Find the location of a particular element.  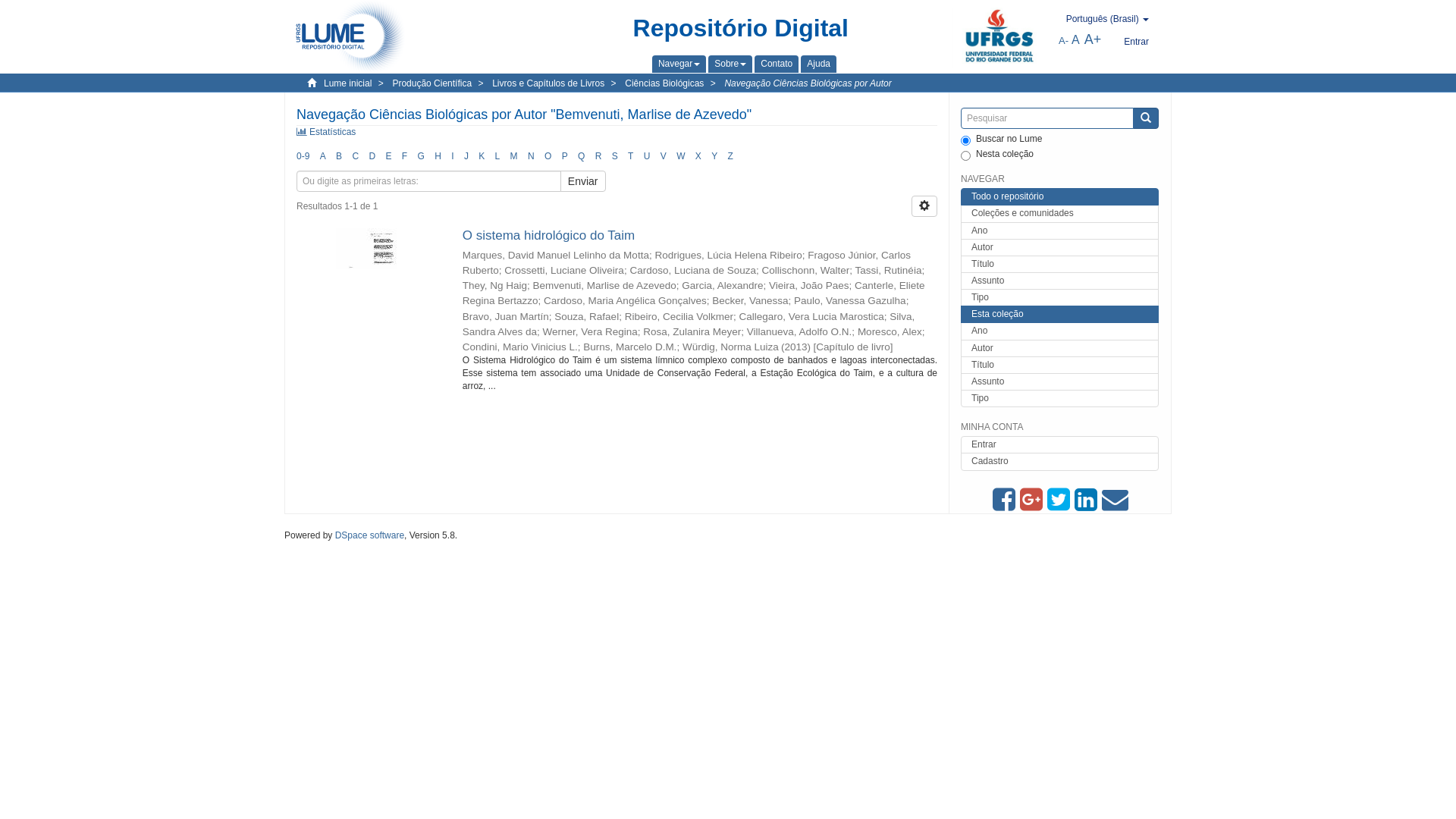

'Ajuda' is located at coordinates (817, 63).